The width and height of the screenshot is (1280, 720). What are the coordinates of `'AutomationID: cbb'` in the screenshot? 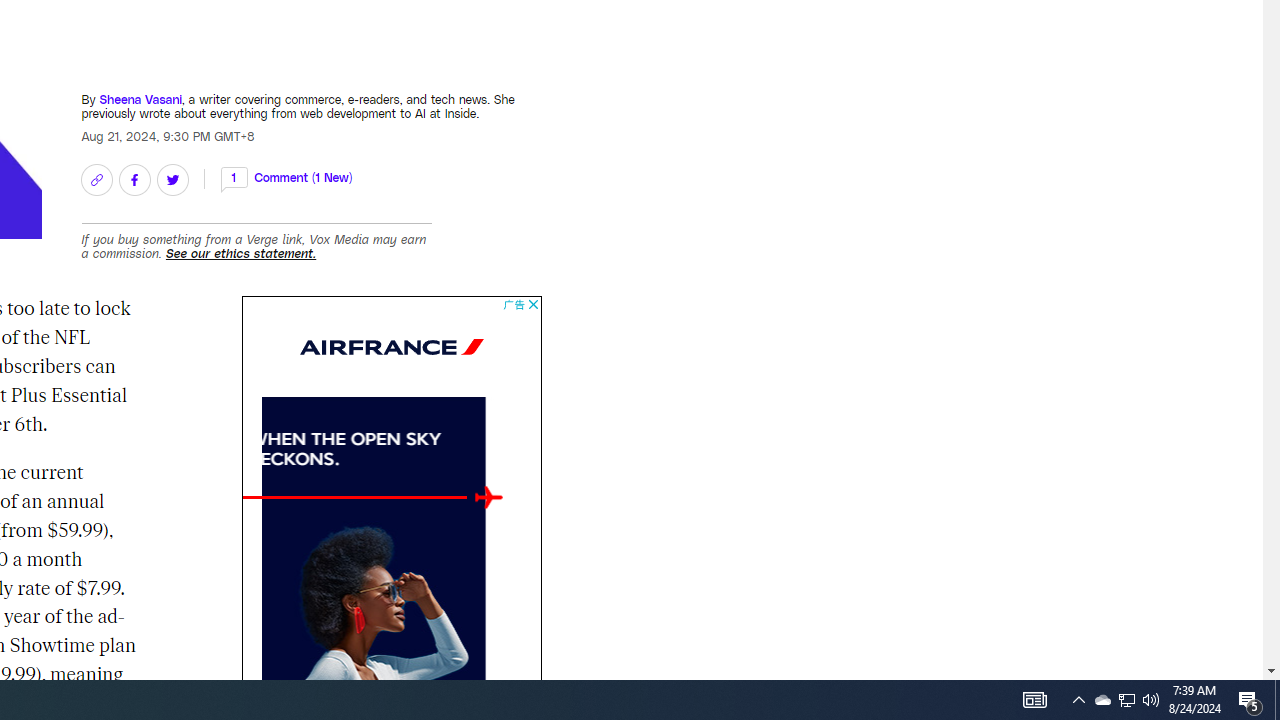 It's located at (533, 304).